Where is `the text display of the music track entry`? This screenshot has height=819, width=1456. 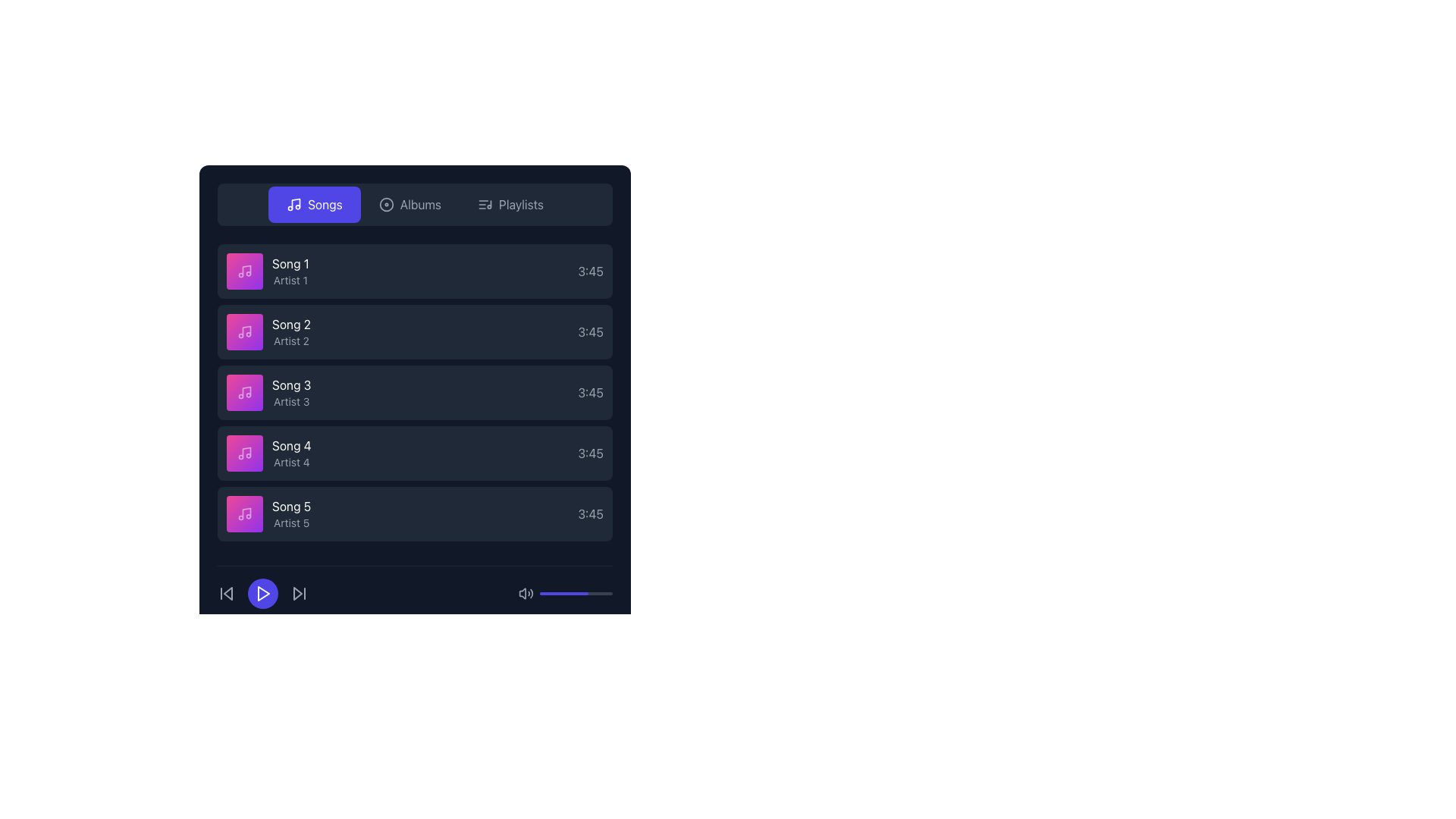
the text display of the music track entry is located at coordinates (290, 271).